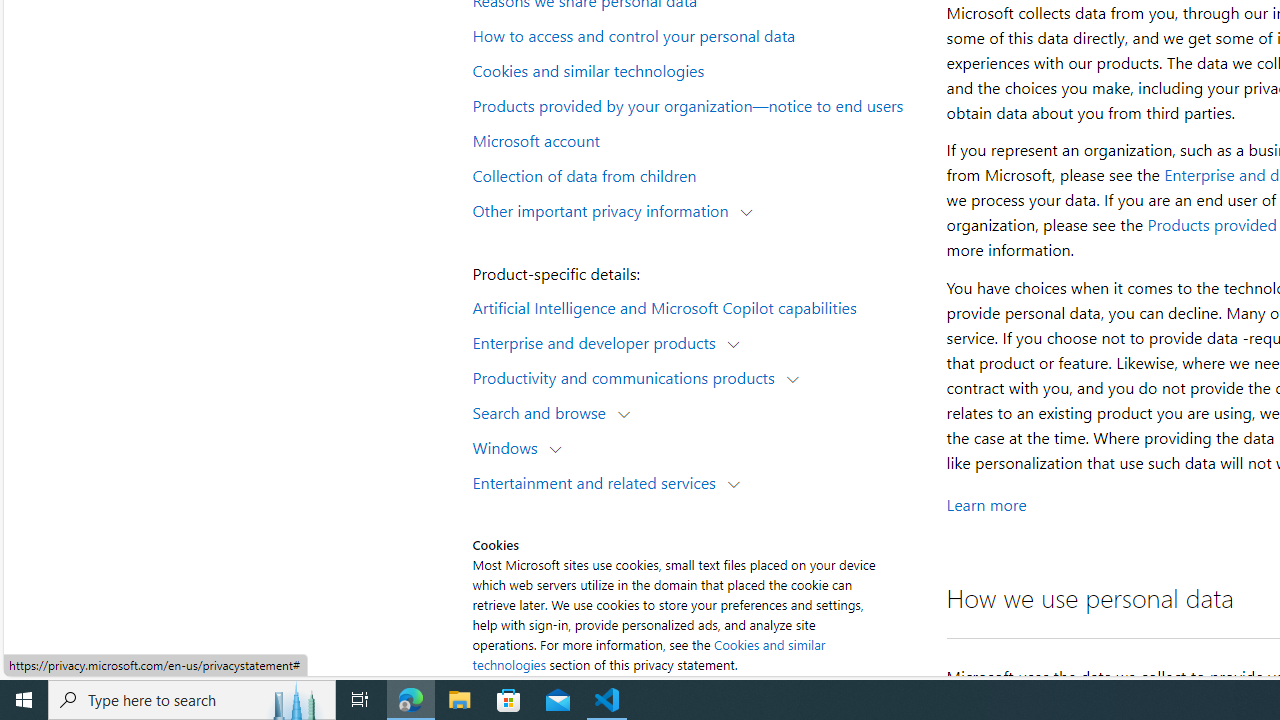 This screenshot has height=720, width=1280. Describe the element at coordinates (696, 173) in the screenshot. I see `'Collection of data from children'` at that location.